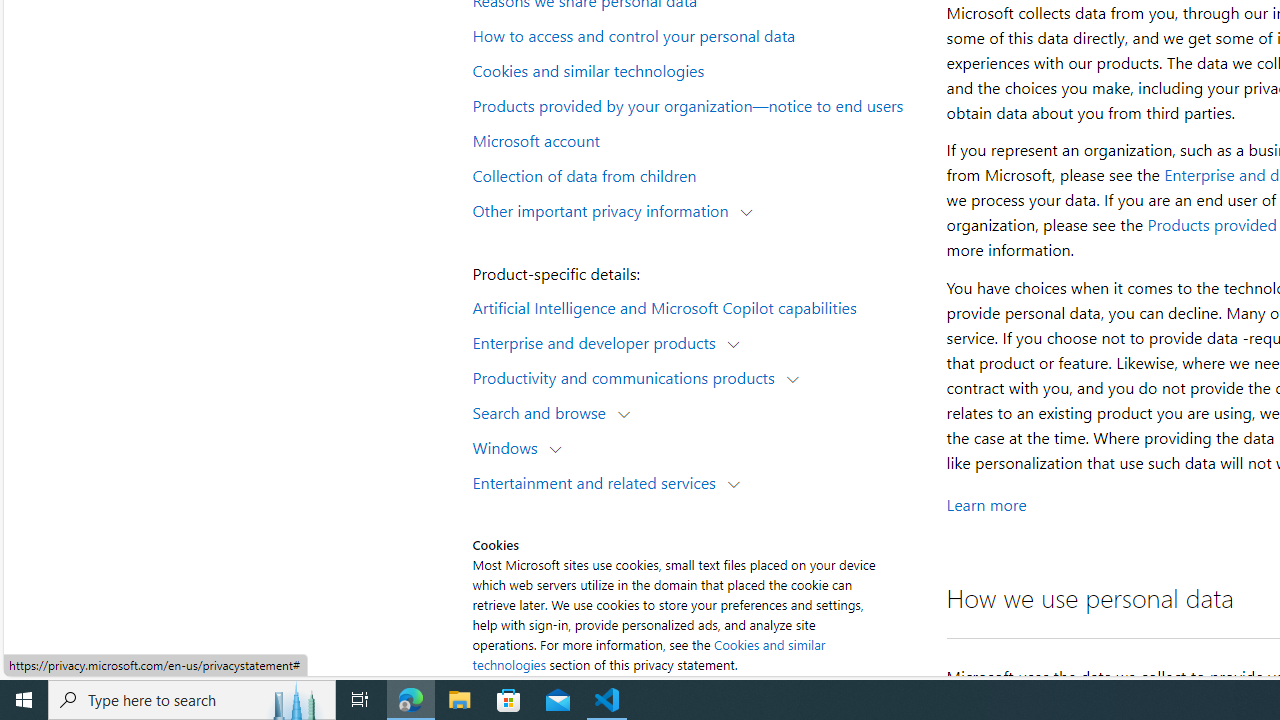 This screenshot has height=720, width=1280. Describe the element at coordinates (696, 173) in the screenshot. I see `'Collection of data from children'` at that location.